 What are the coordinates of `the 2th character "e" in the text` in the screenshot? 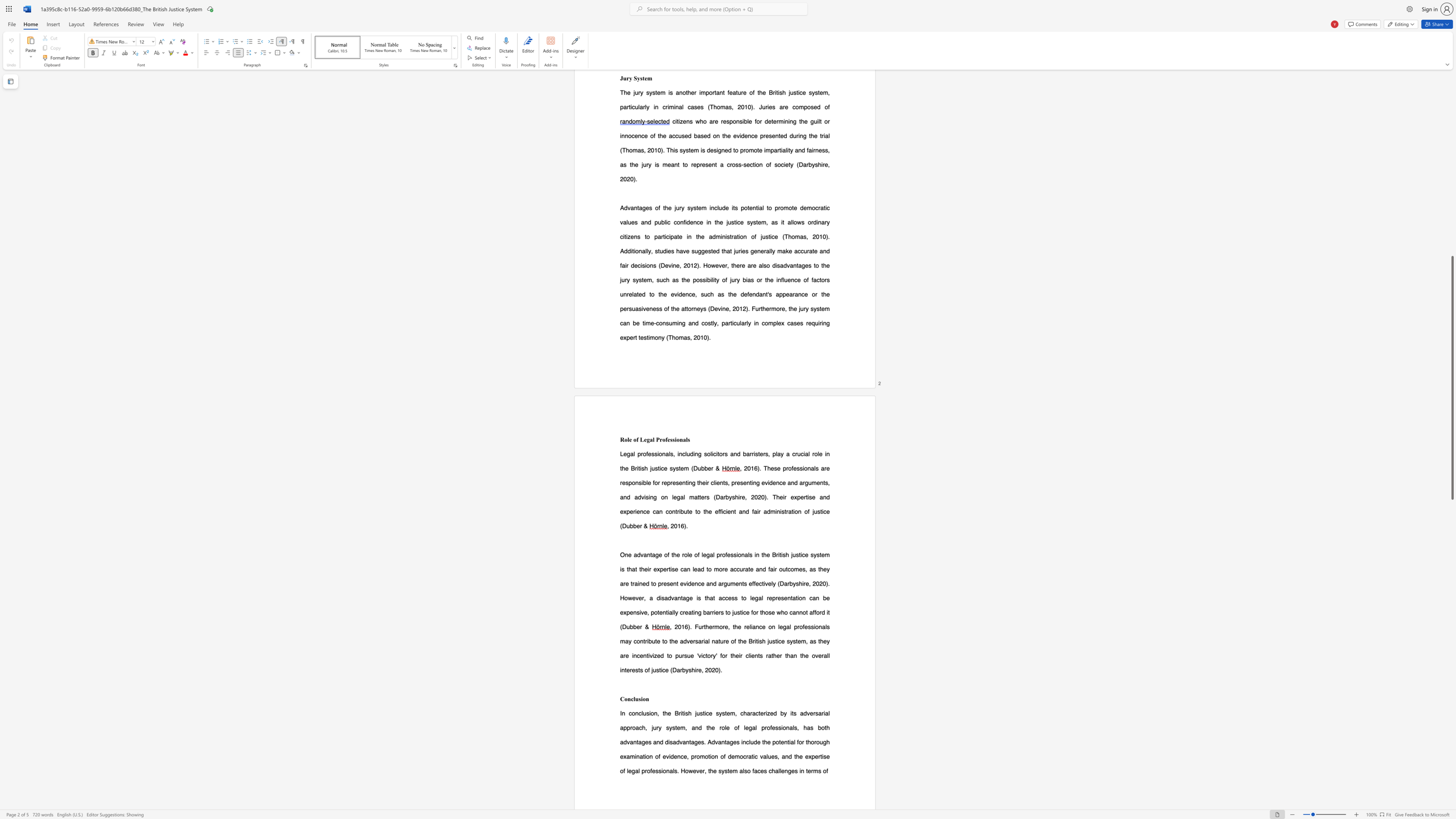 It's located at (726, 569).